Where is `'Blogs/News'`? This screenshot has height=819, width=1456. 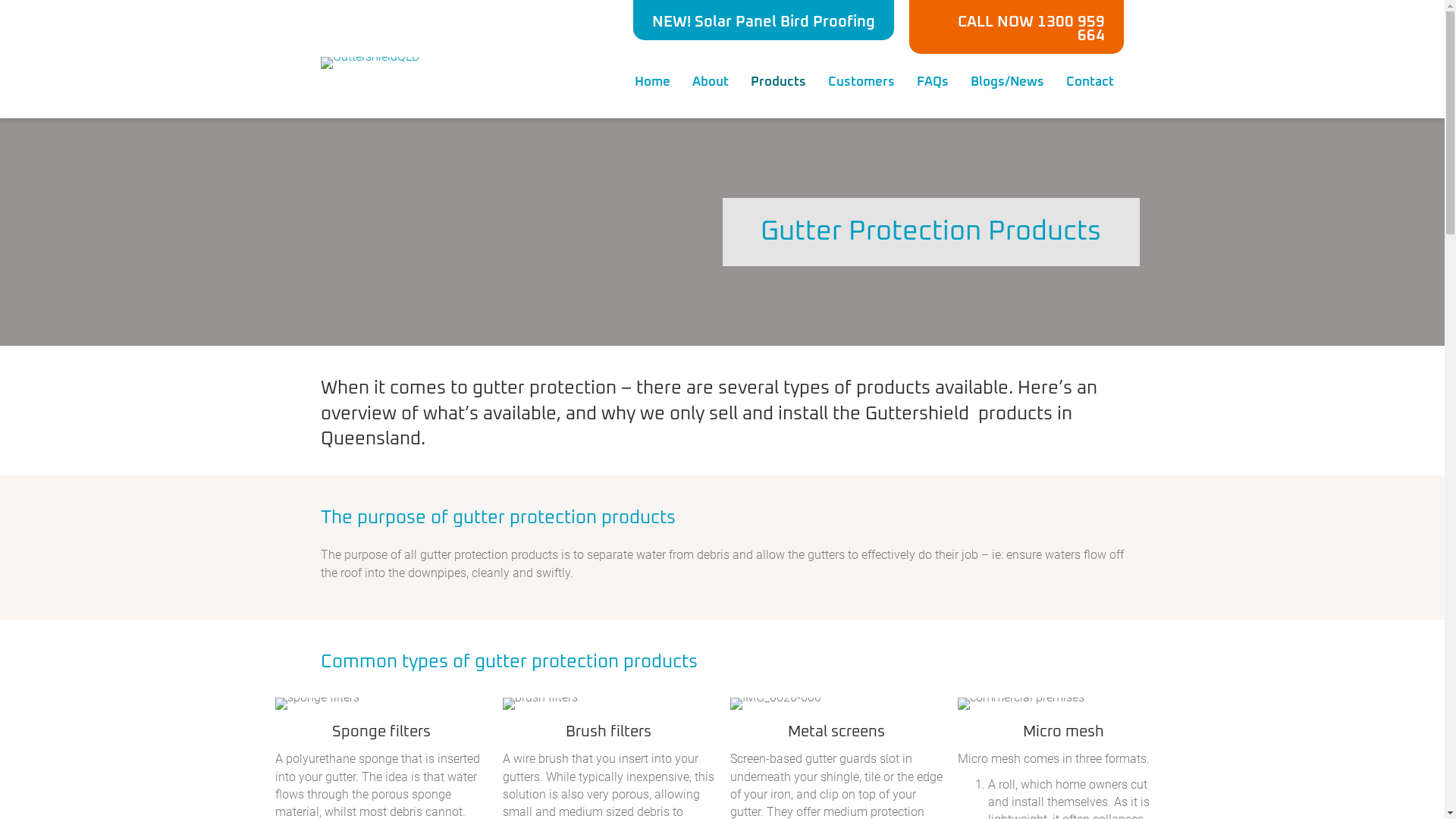 'Blogs/News' is located at coordinates (1007, 82).